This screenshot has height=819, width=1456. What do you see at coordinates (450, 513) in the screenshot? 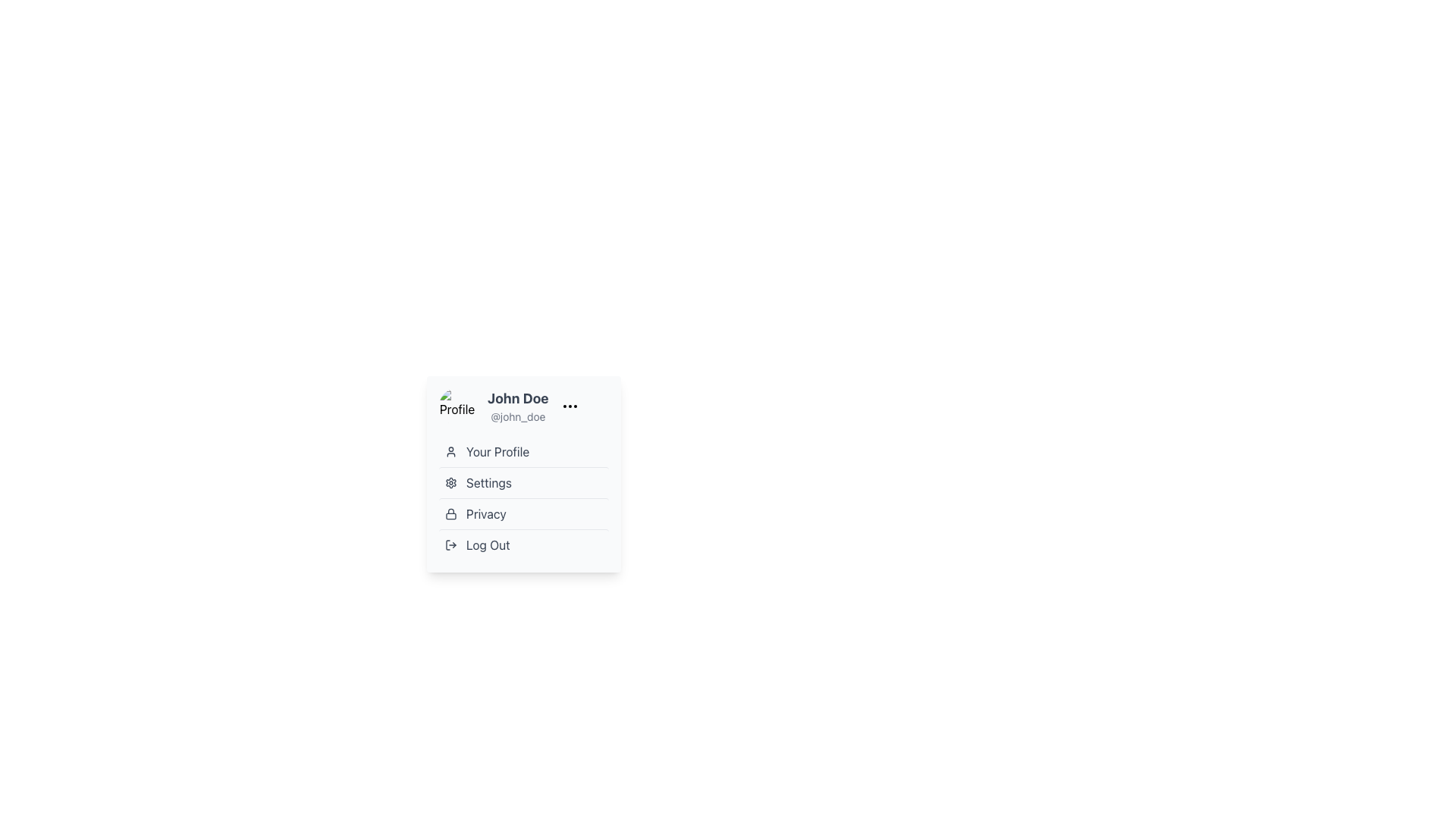
I see `the small lock icon representing the privacy feature in the vertical menu, located to the left of the 'Privacy' text label` at bounding box center [450, 513].